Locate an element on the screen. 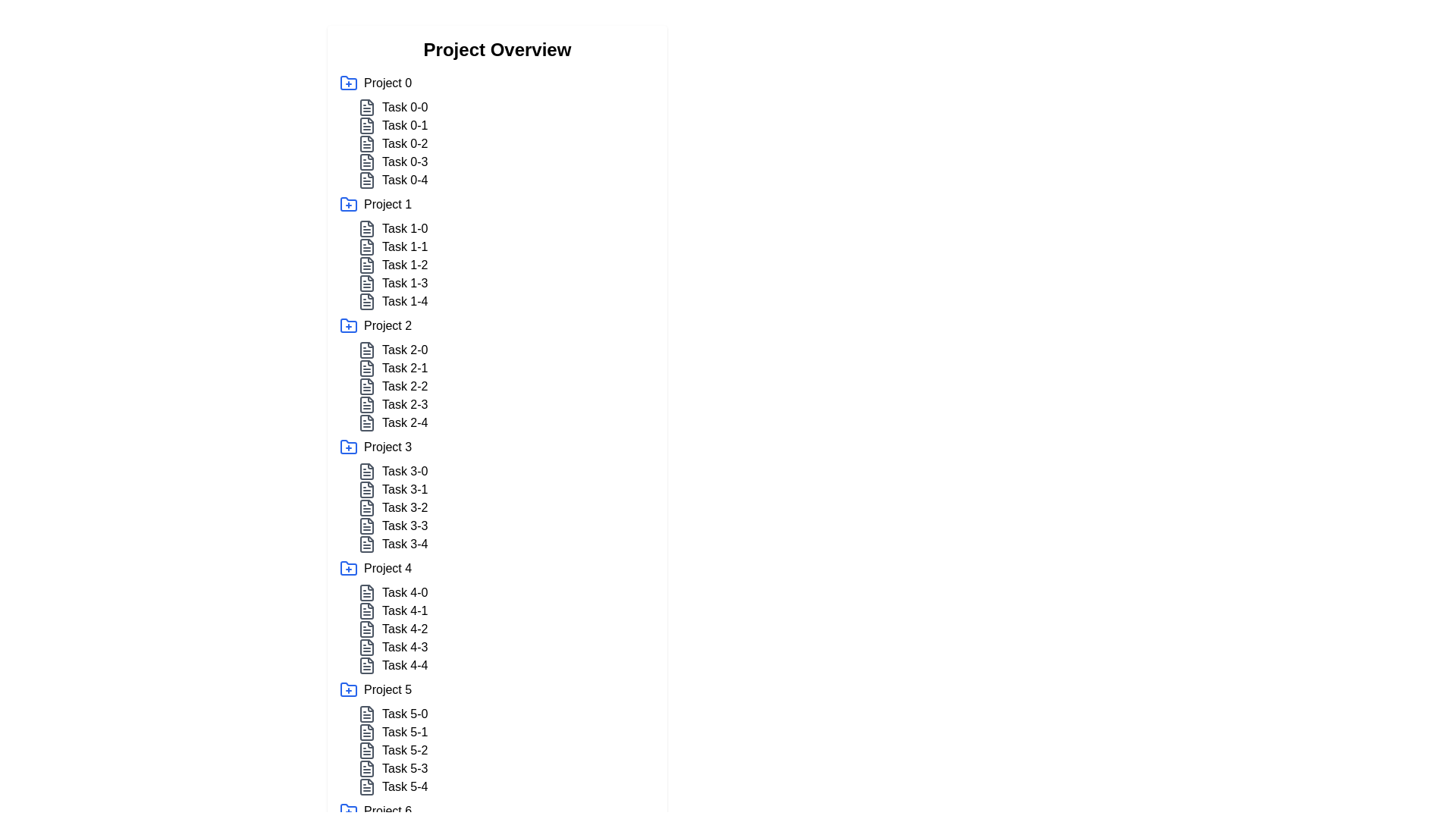  to select the text label displaying 'Project 3', located next to the blue folder icon in the 'Project Overview' section is located at coordinates (388, 447).